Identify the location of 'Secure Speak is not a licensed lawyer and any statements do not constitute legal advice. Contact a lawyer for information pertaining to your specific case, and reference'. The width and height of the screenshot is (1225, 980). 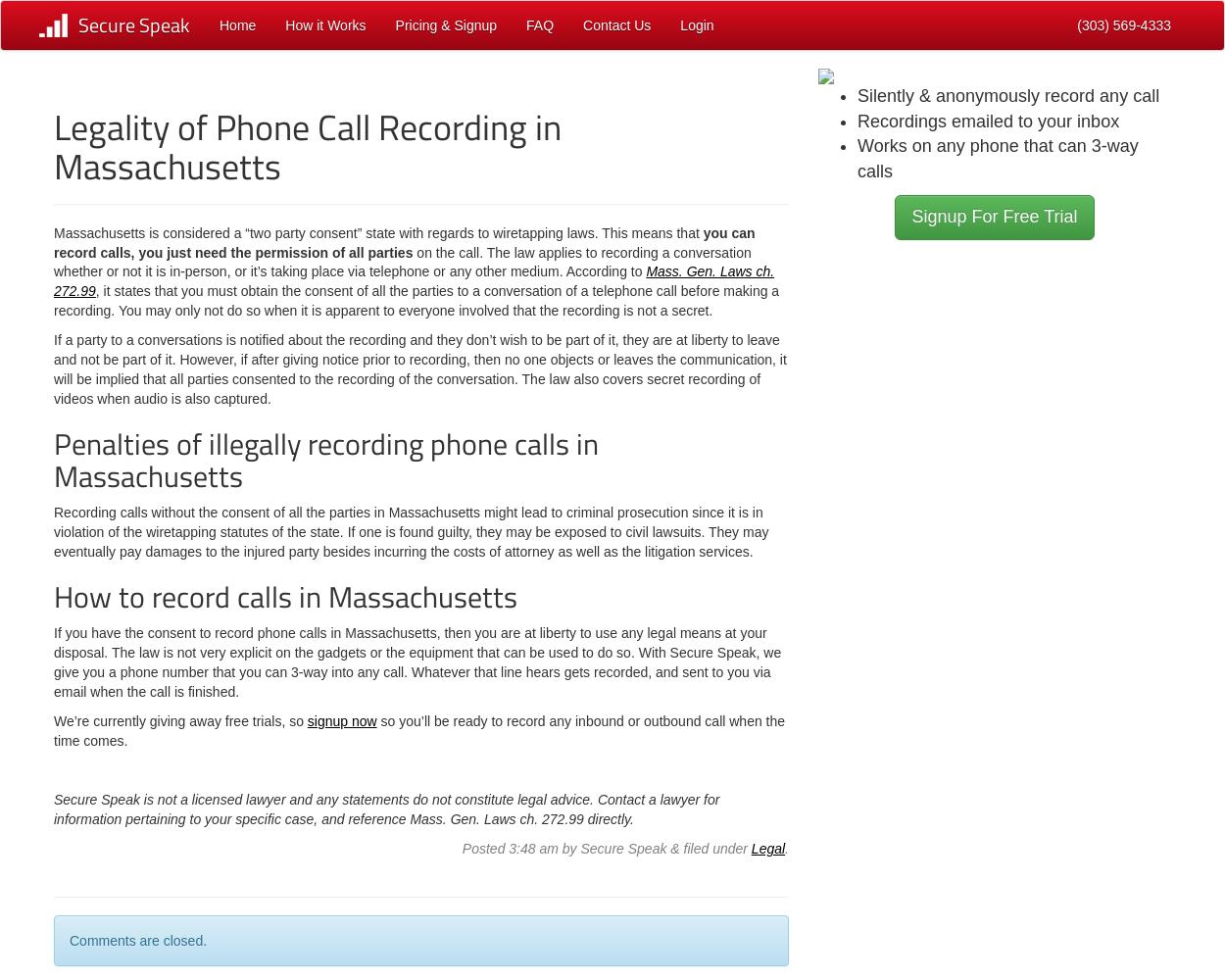
(386, 808).